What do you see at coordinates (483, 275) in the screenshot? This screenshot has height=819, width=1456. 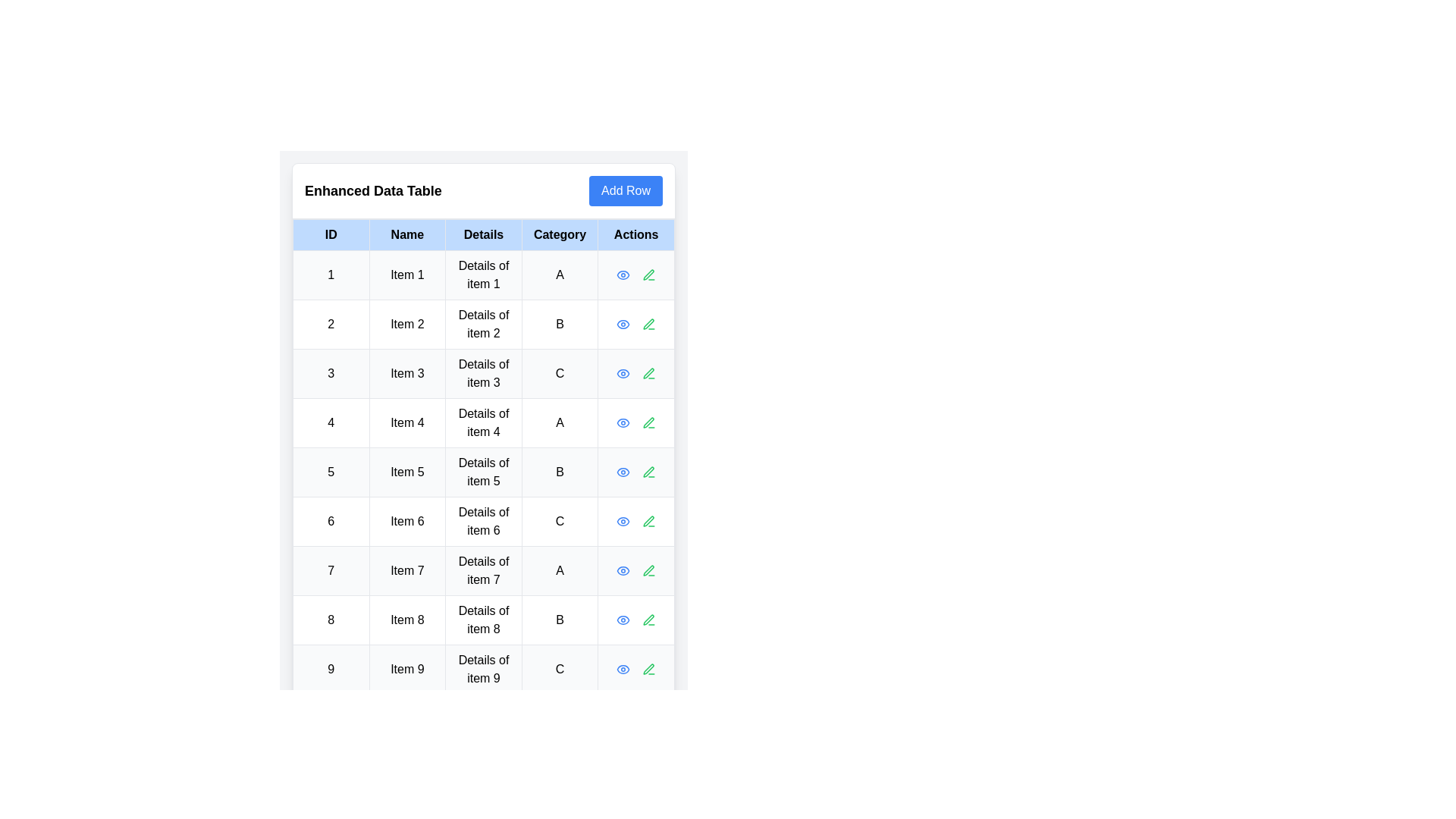 I see `the table cell containing the text 'Details of item 1' in the third column of the first row of the 'Enhanced Data Table'` at bounding box center [483, 275].